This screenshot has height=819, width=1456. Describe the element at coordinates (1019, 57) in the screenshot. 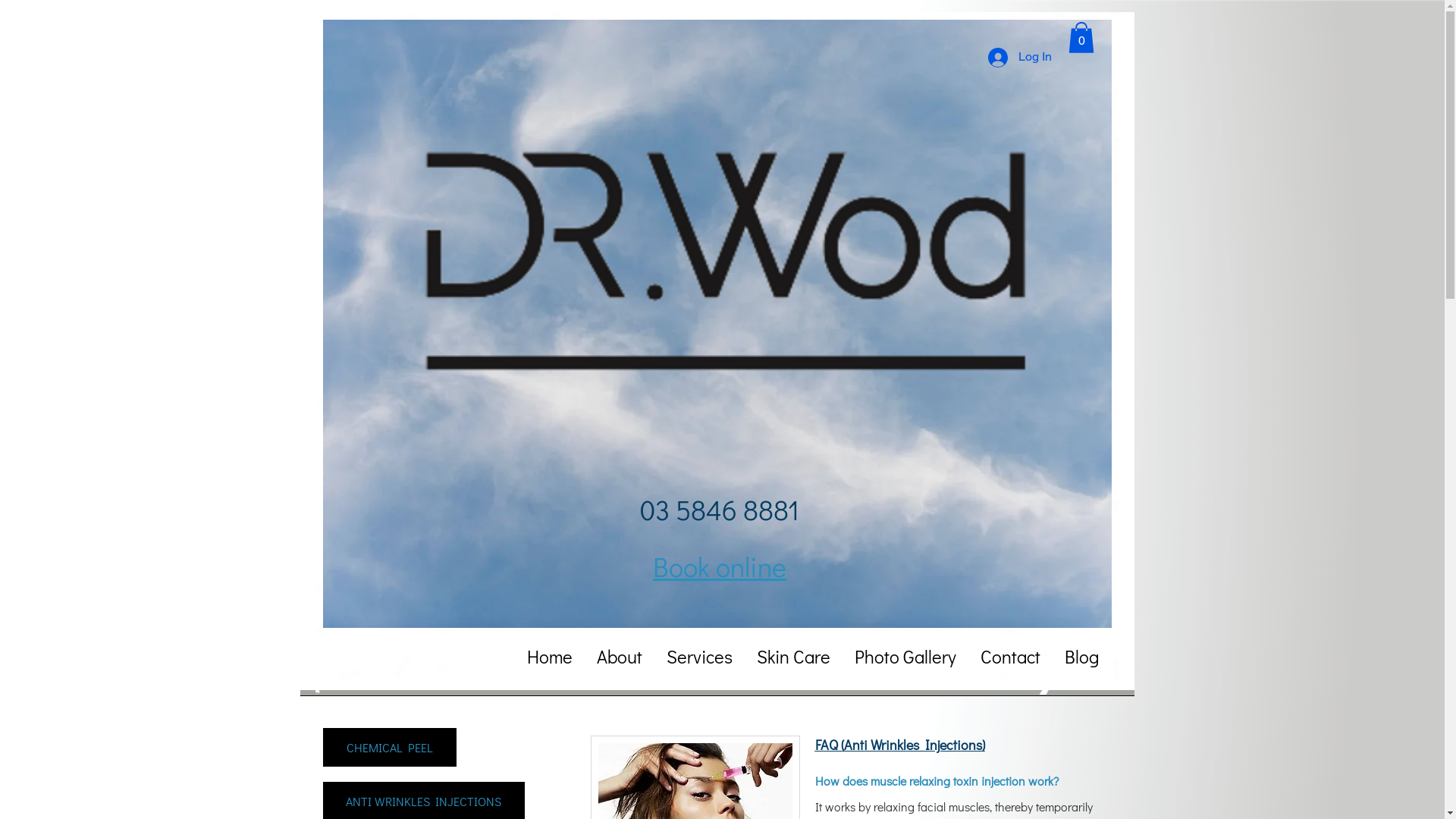

I see `'Log In'` at that location.